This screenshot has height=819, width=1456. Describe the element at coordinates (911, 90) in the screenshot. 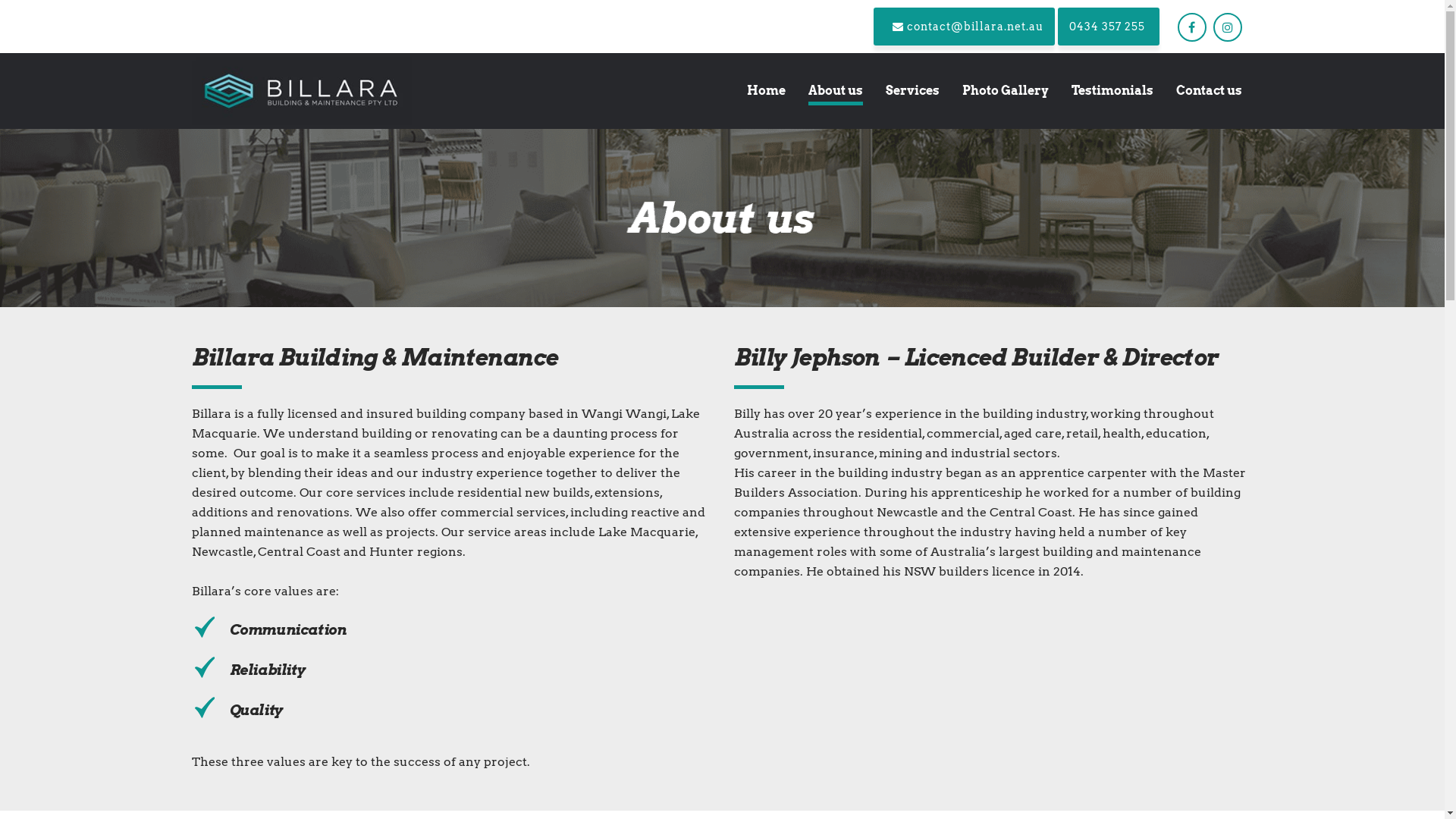

I see `'Services'` at that location.